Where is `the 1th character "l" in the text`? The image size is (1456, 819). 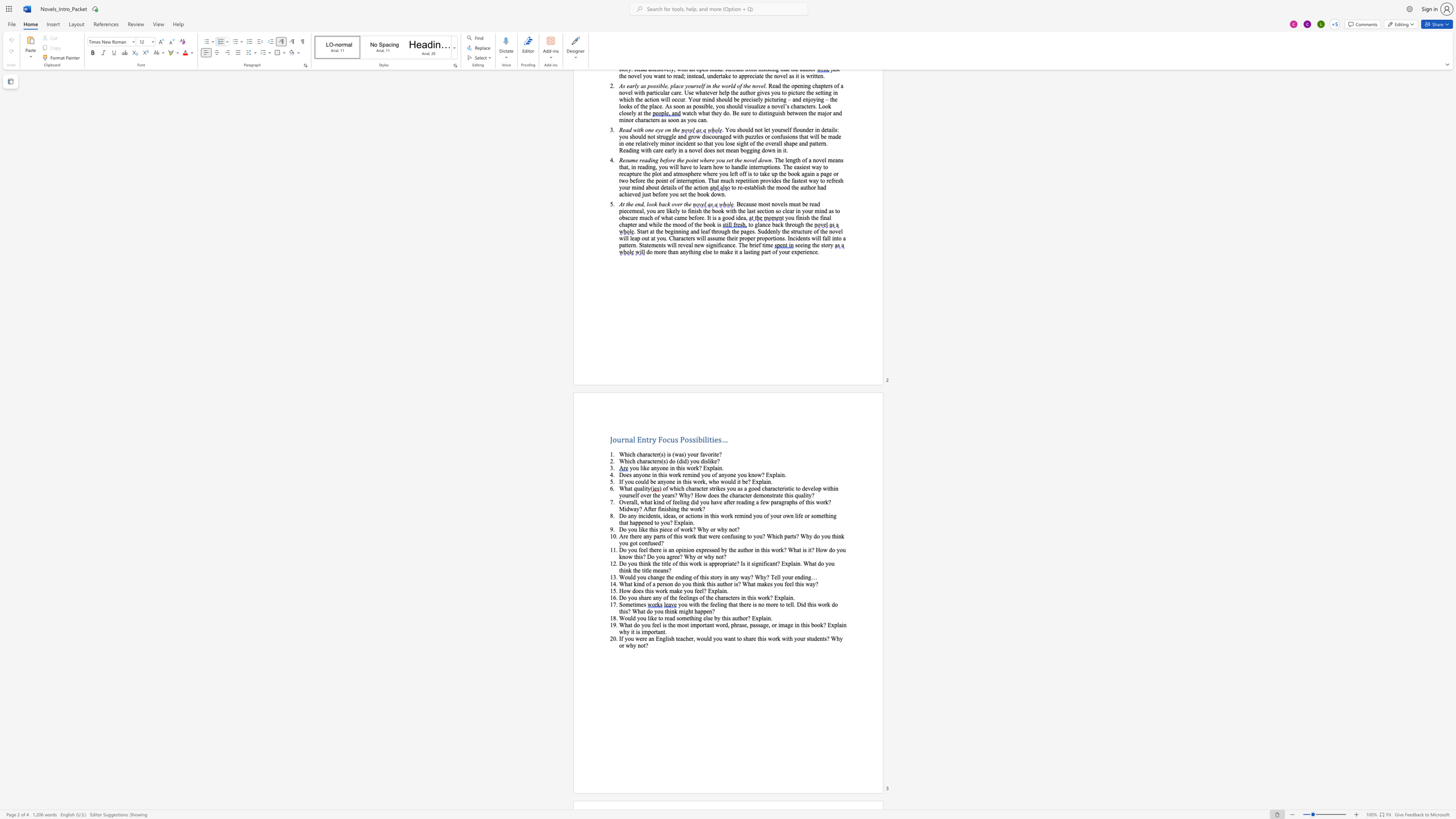
the 1th character "l" in the text is located at coordinates (647, 549).